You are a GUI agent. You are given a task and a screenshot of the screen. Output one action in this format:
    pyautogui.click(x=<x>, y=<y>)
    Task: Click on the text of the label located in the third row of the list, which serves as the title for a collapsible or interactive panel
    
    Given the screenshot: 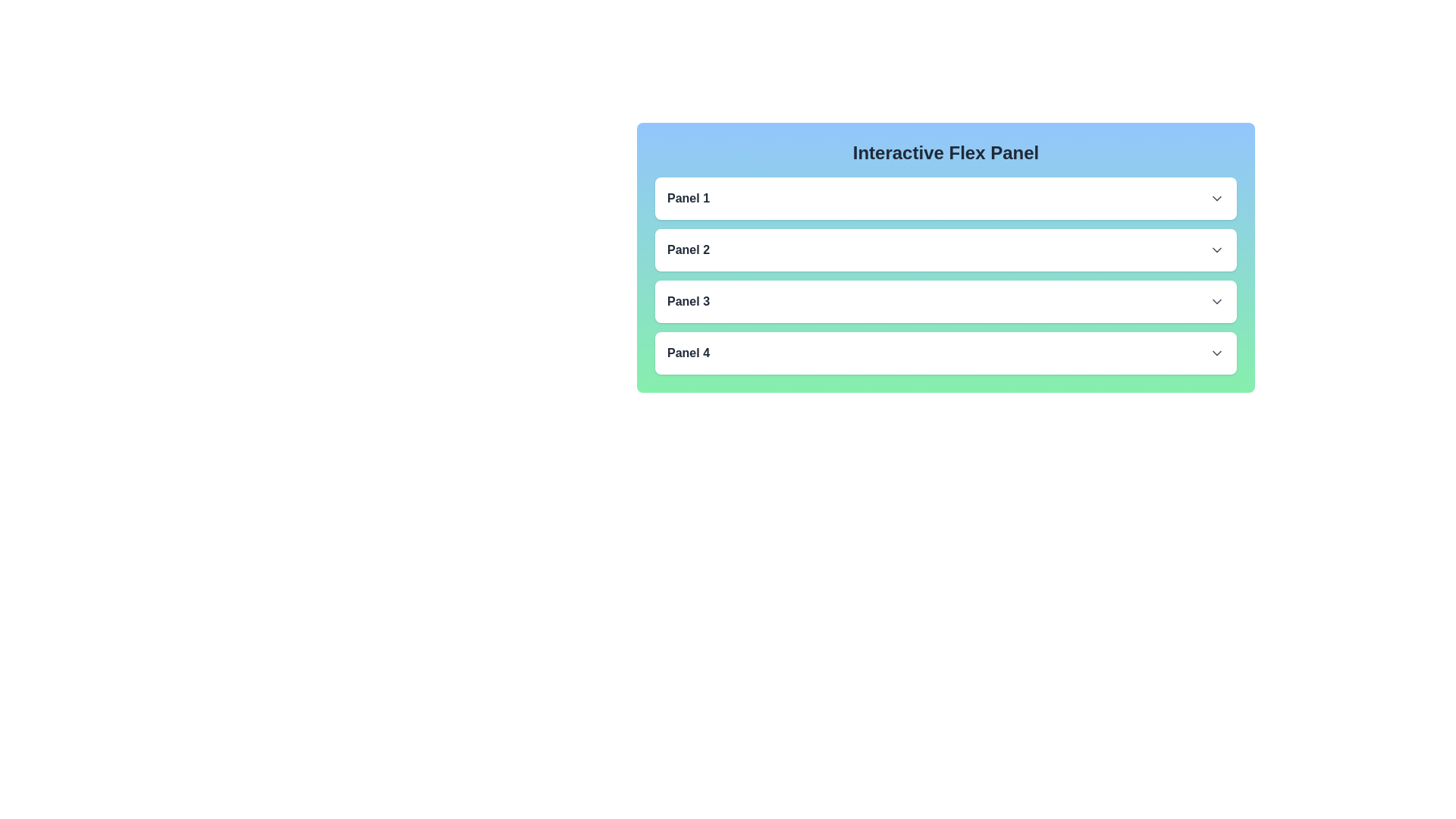 What is the action you would take?
    pyautogui.click(x=687, y=301)
    